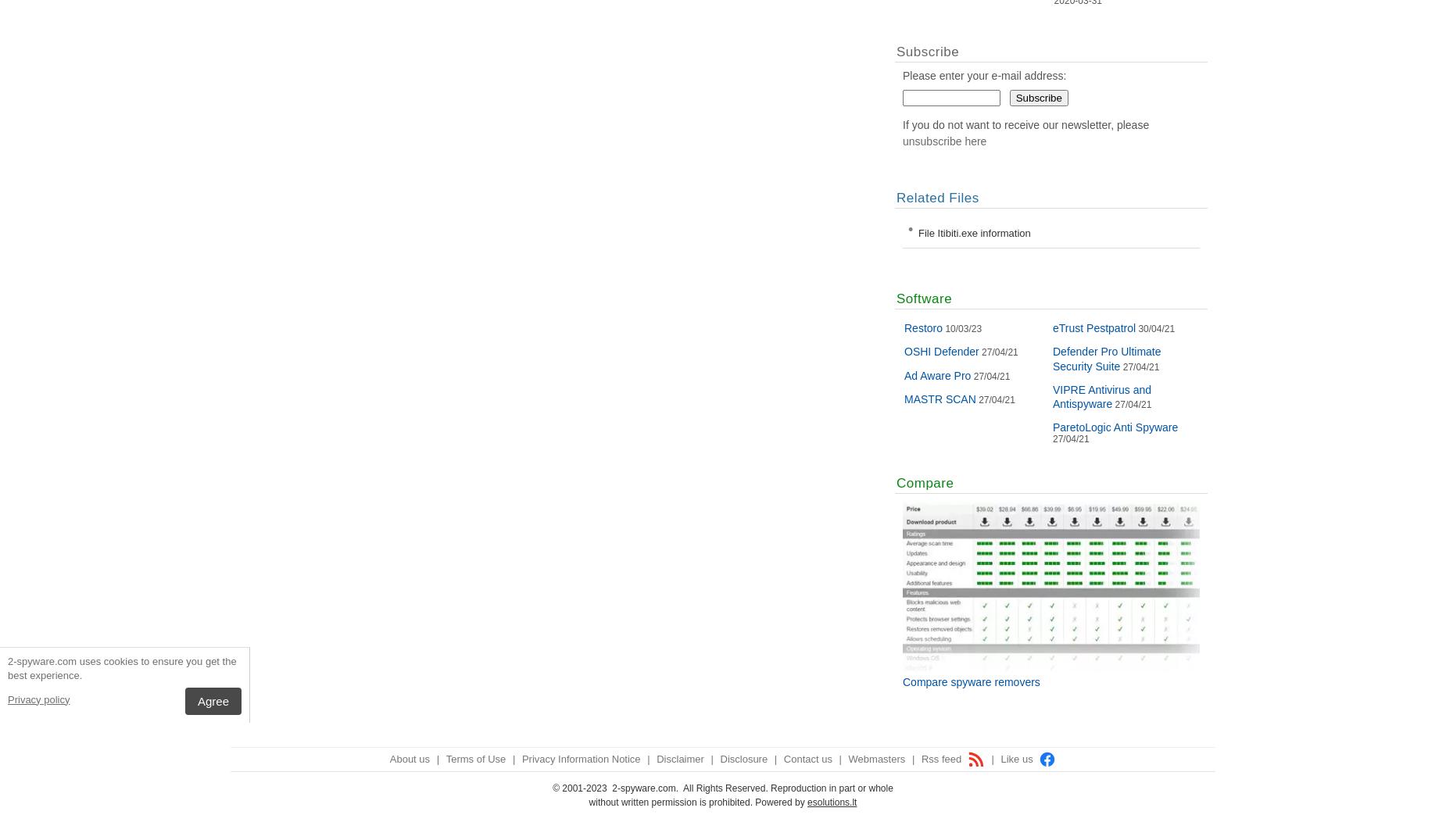 The width and height of the screenshot is (1446, 840). I want to click on 'Disclaimer', so click(680, 758).